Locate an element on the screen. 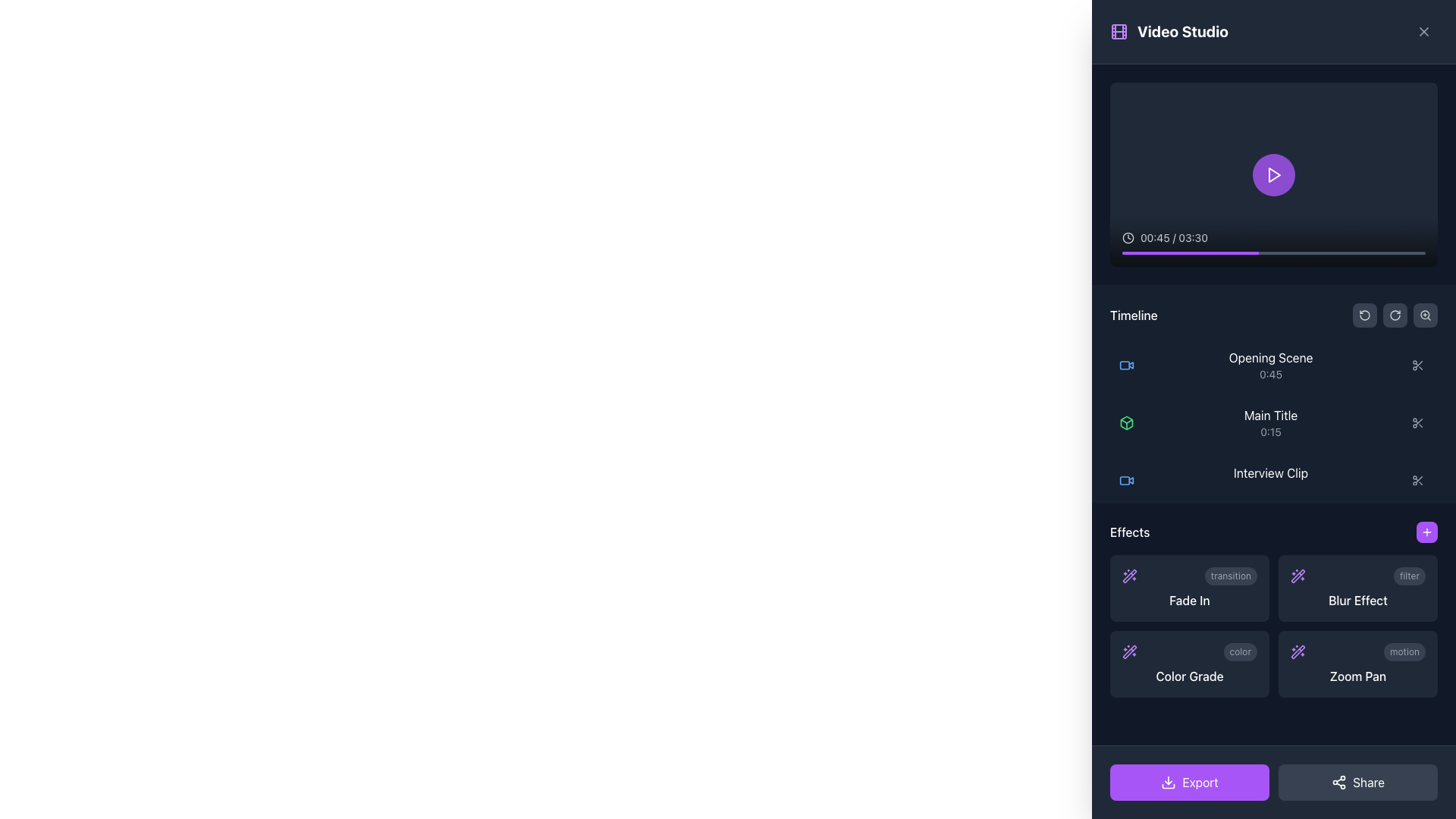 Image resolution: width=1456 pixels, height=819 pixels. the scissors tool button located in the 'Interview Clip' section of the timeline, adjacent to the label 'Interview Clip 2:30' is located at coordinates (1417, 480).